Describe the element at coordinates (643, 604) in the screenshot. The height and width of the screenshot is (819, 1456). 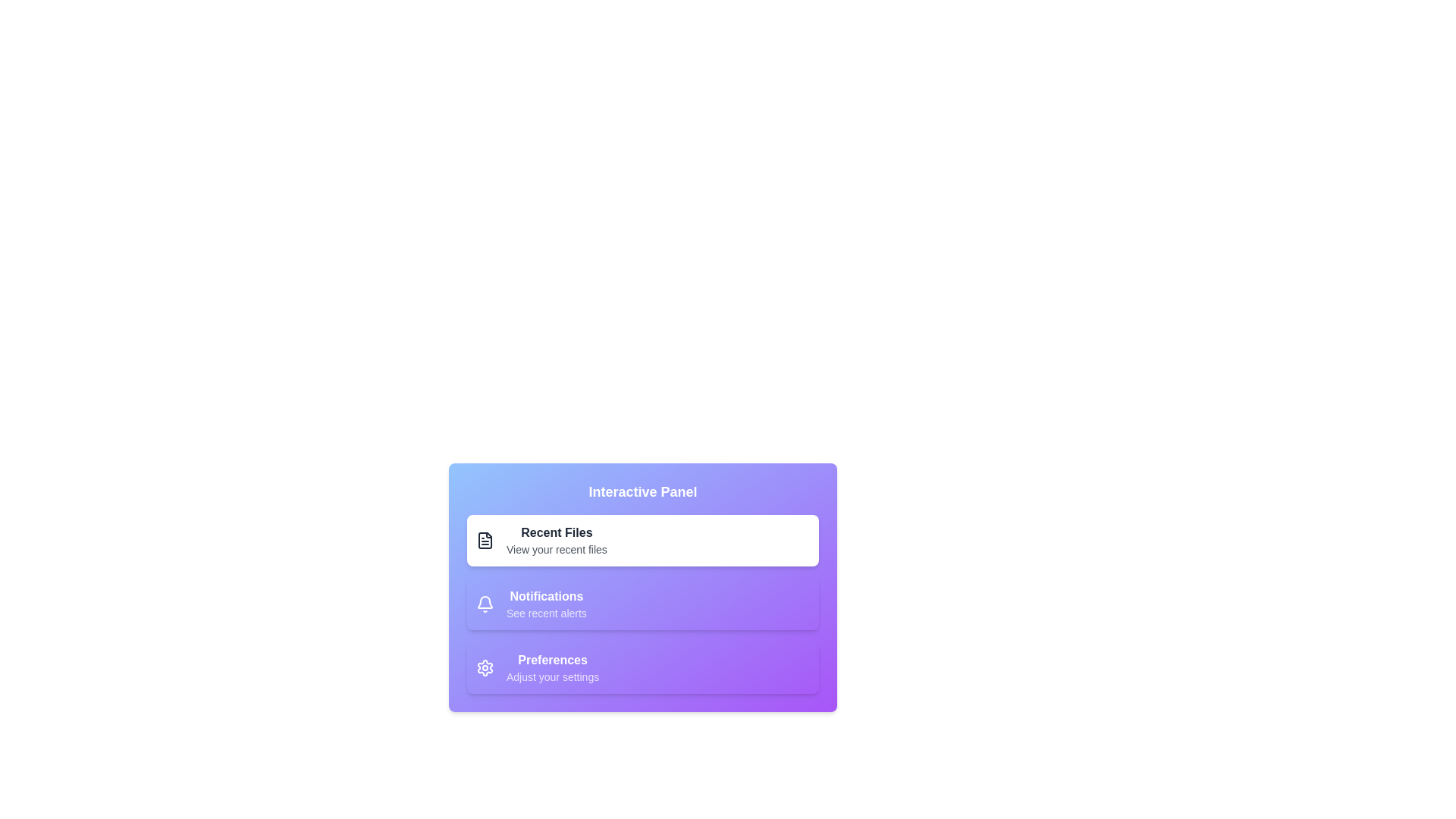
I see `the section titled Notifications to view its tooltip` at that location.